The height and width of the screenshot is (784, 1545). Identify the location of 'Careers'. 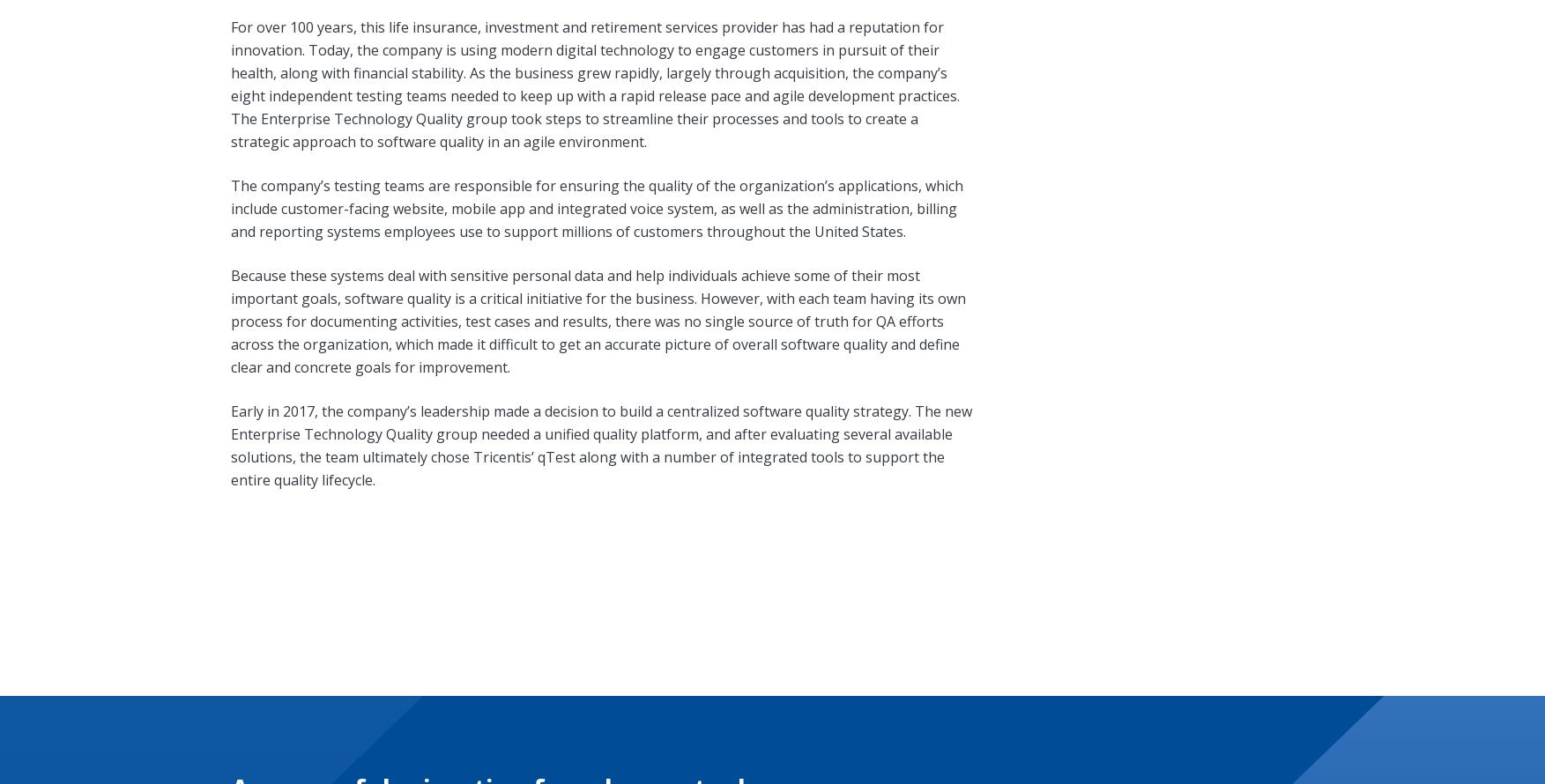
(229, 697).